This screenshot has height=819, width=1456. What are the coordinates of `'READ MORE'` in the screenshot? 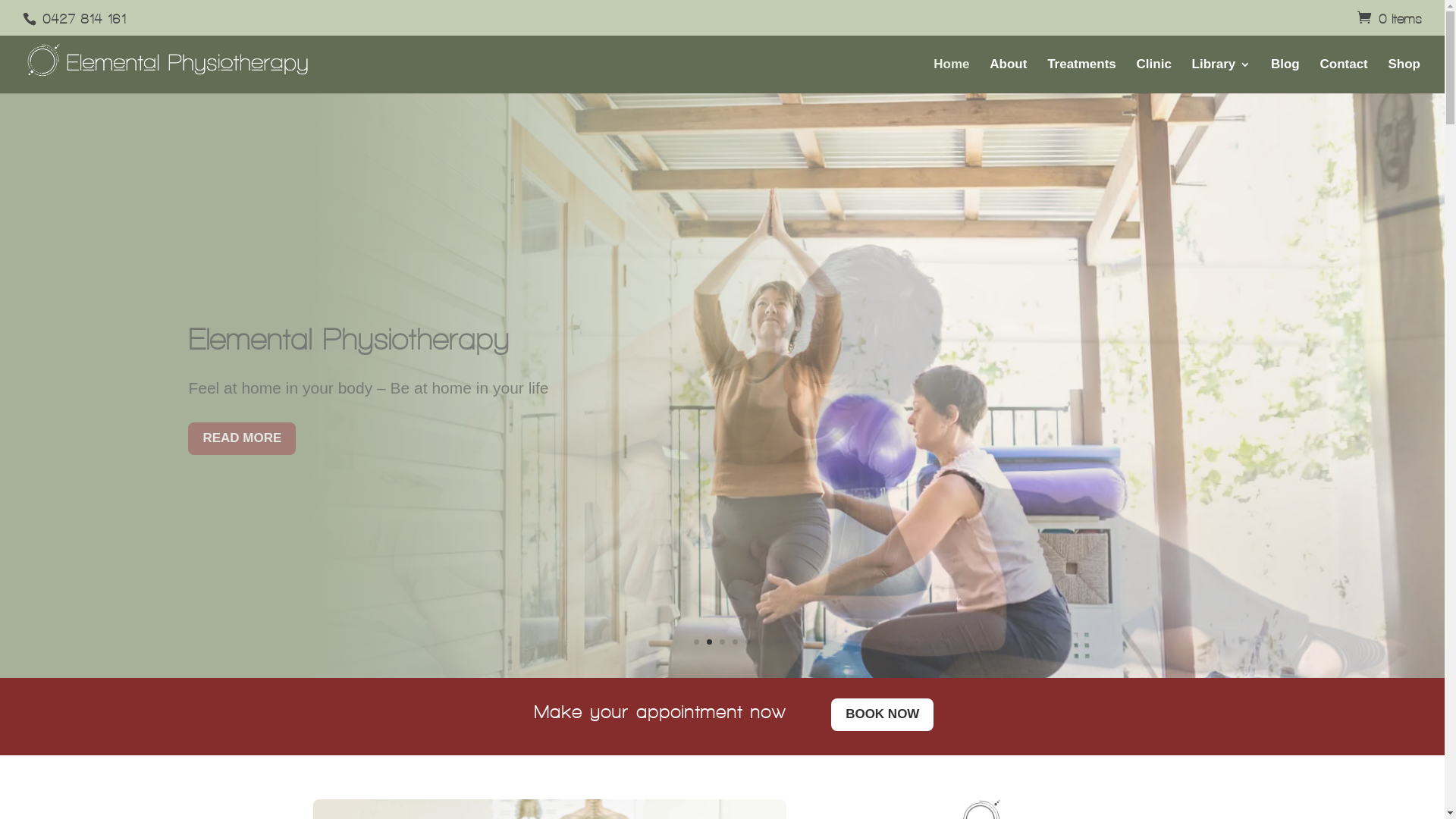 It's located at (187, 438).